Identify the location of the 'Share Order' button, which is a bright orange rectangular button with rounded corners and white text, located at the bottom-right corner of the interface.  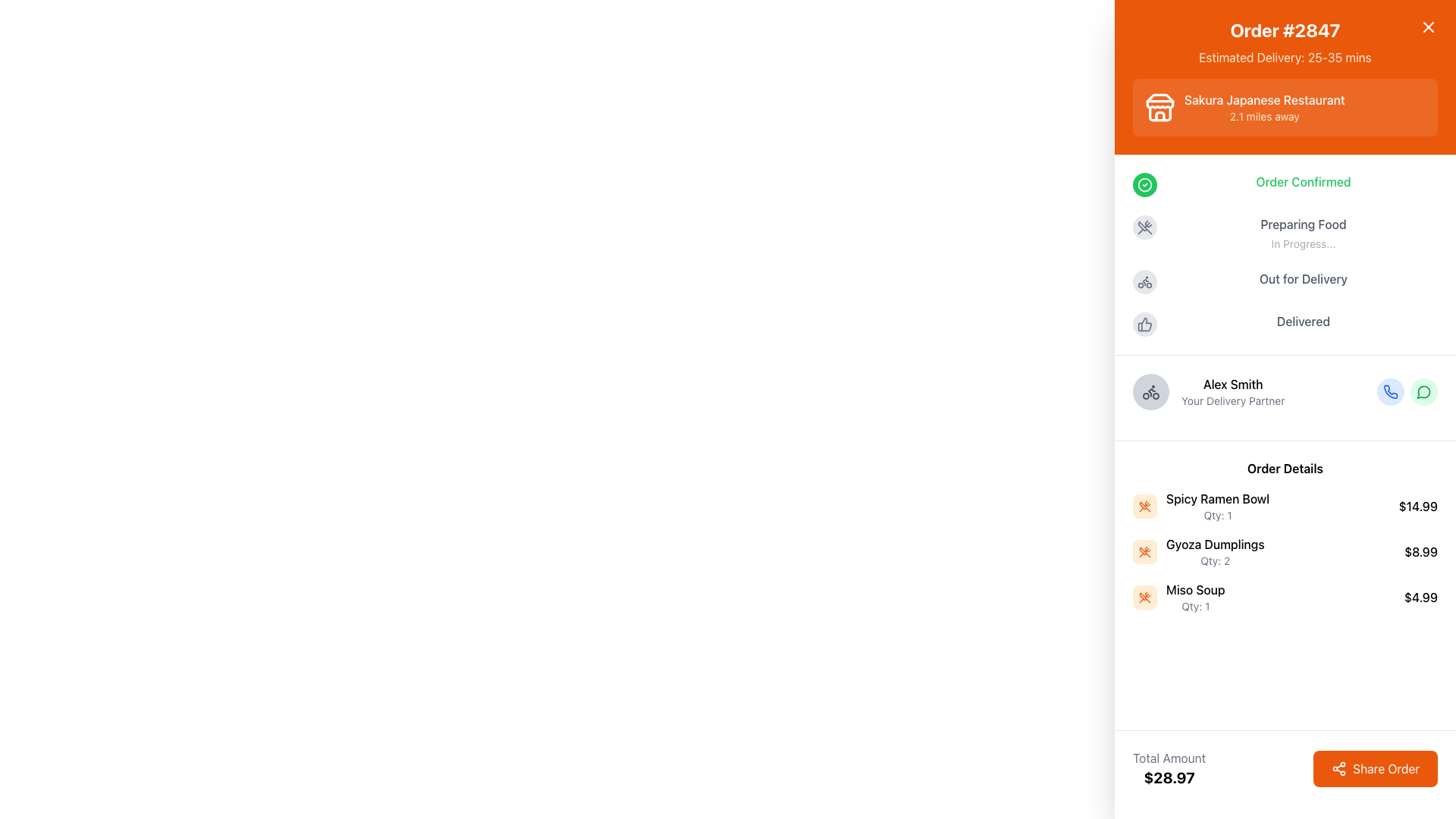
(1376, 769).